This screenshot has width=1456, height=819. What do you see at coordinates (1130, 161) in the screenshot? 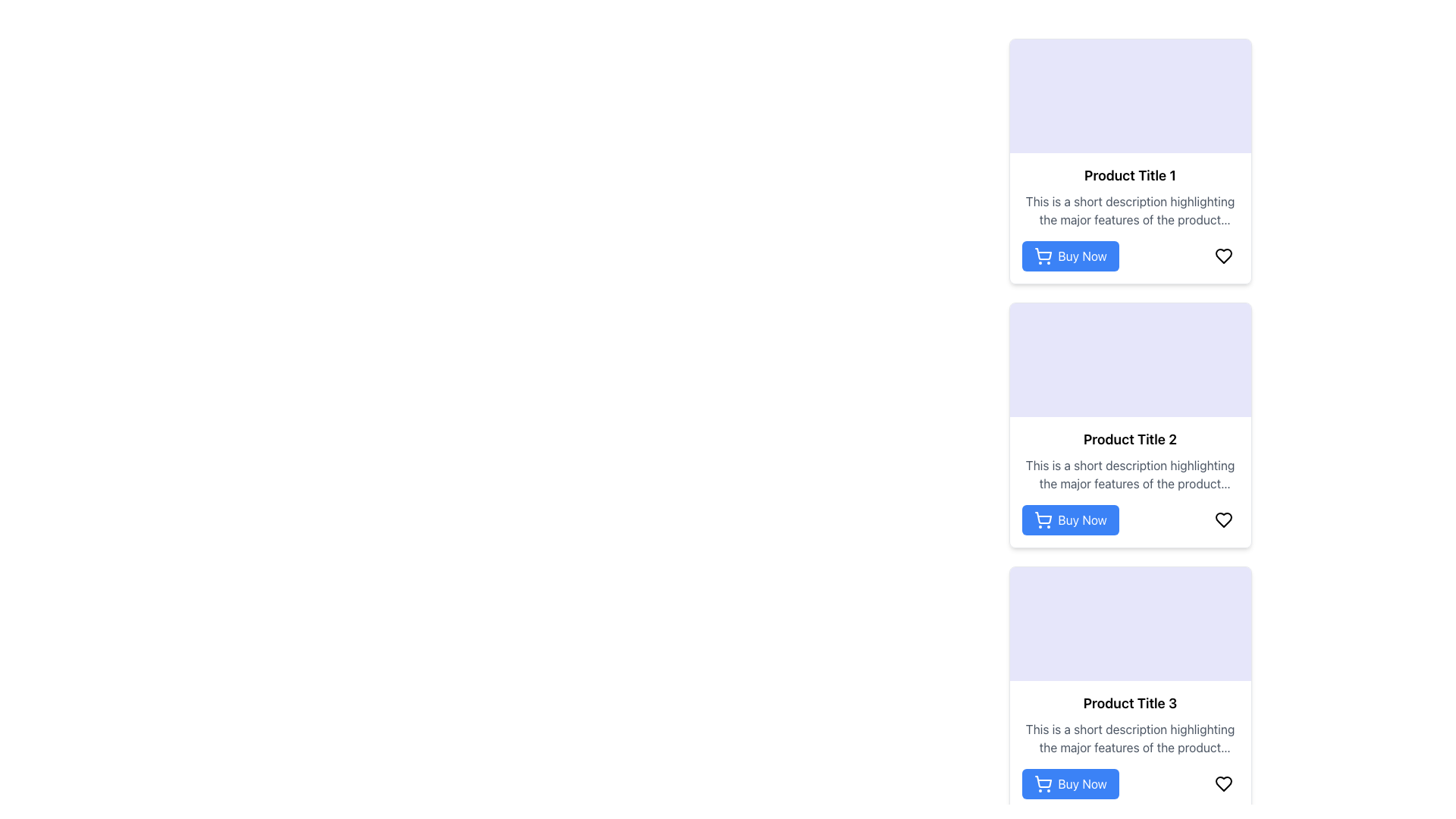
I see `the first product card in the vertically arranged list, which displays the product's image, title, description, and interactive buttons for purchasing or liking the product` at bounding box center [1130, 161].